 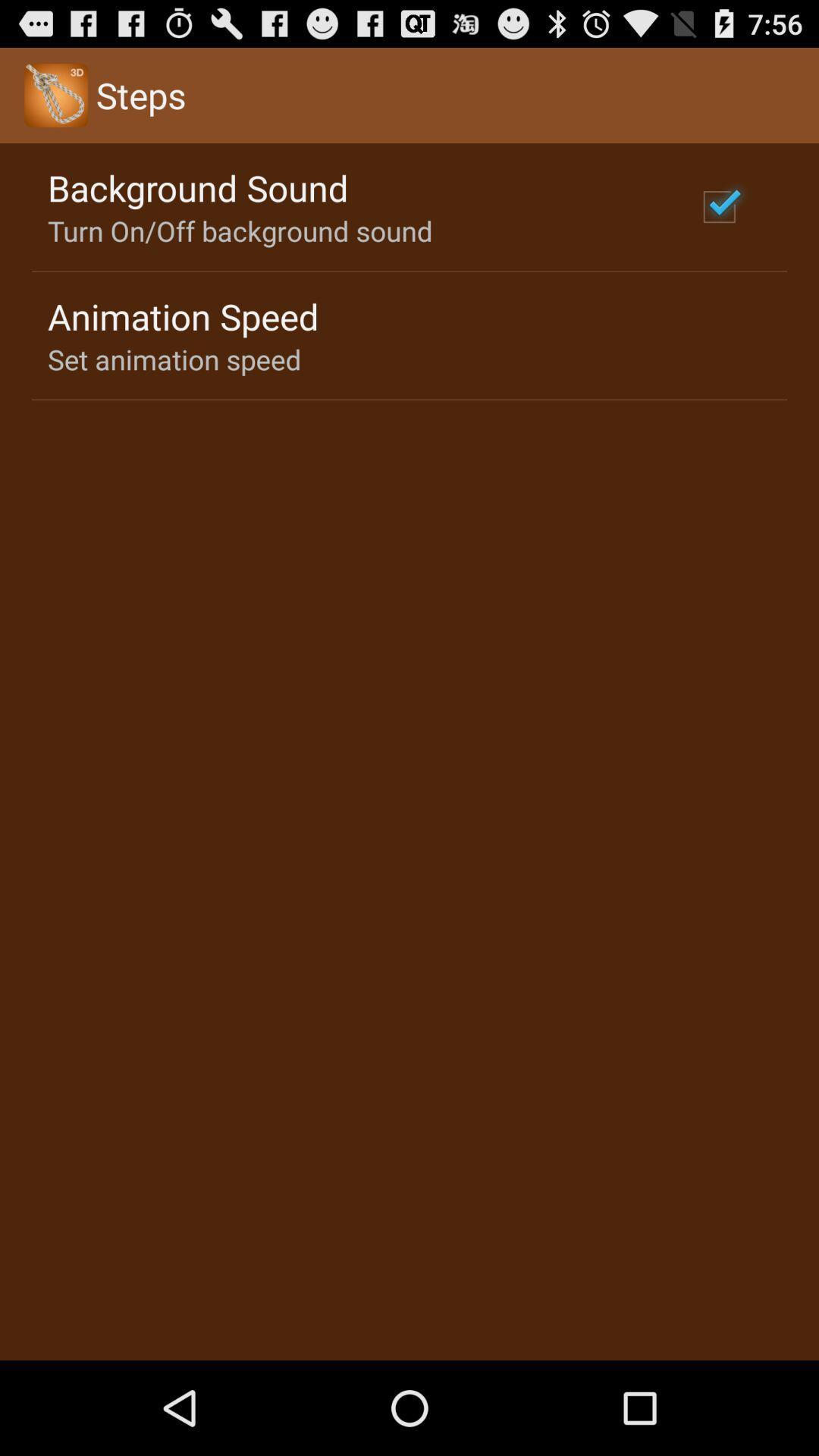 What do you see at coordinates (239, 230) in the screenshot?
I see `turn on off item` at bounding box center [239, 230].